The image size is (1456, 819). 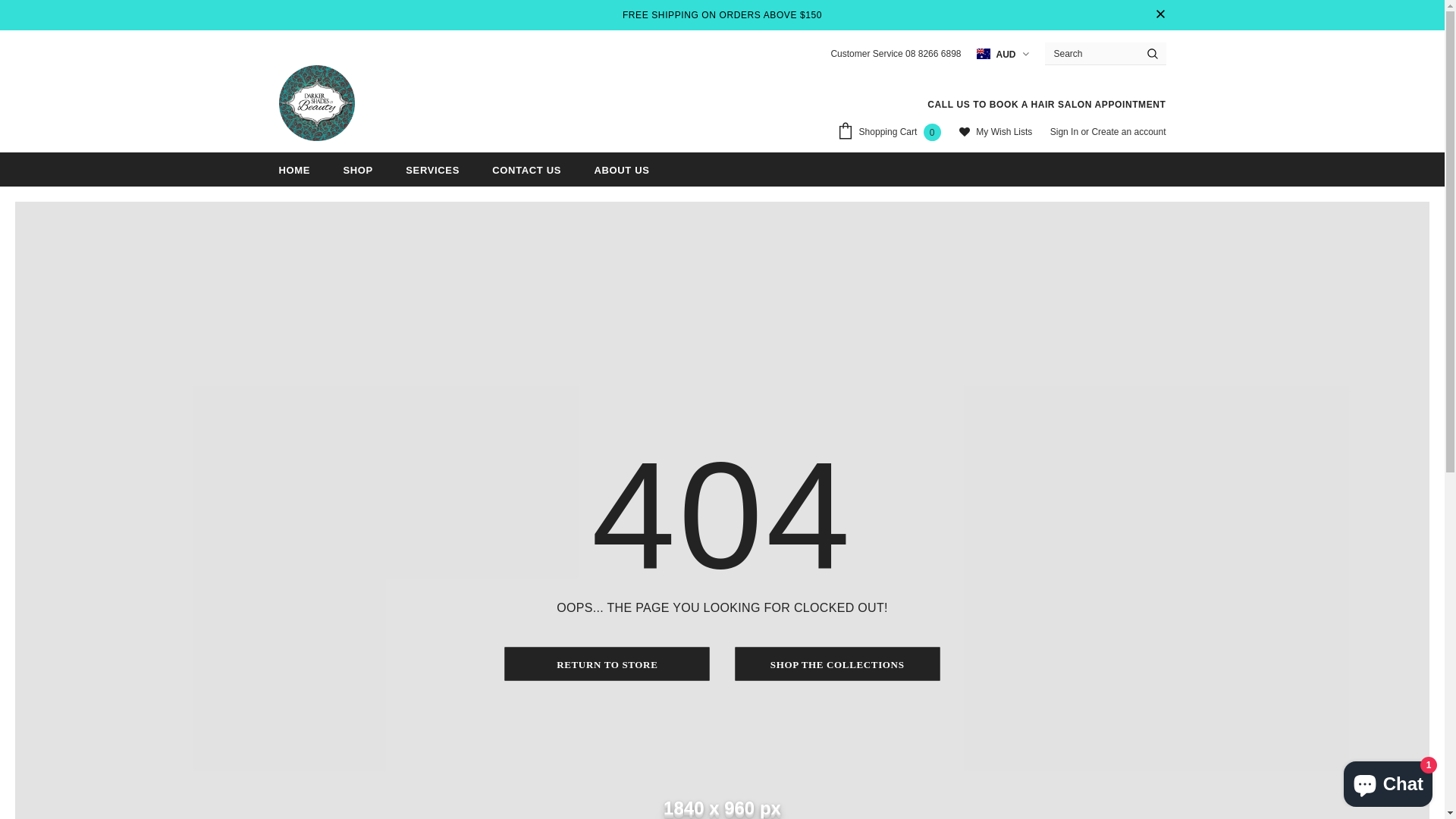 I want to click on 'SHOP', so click(x=356, y=169).